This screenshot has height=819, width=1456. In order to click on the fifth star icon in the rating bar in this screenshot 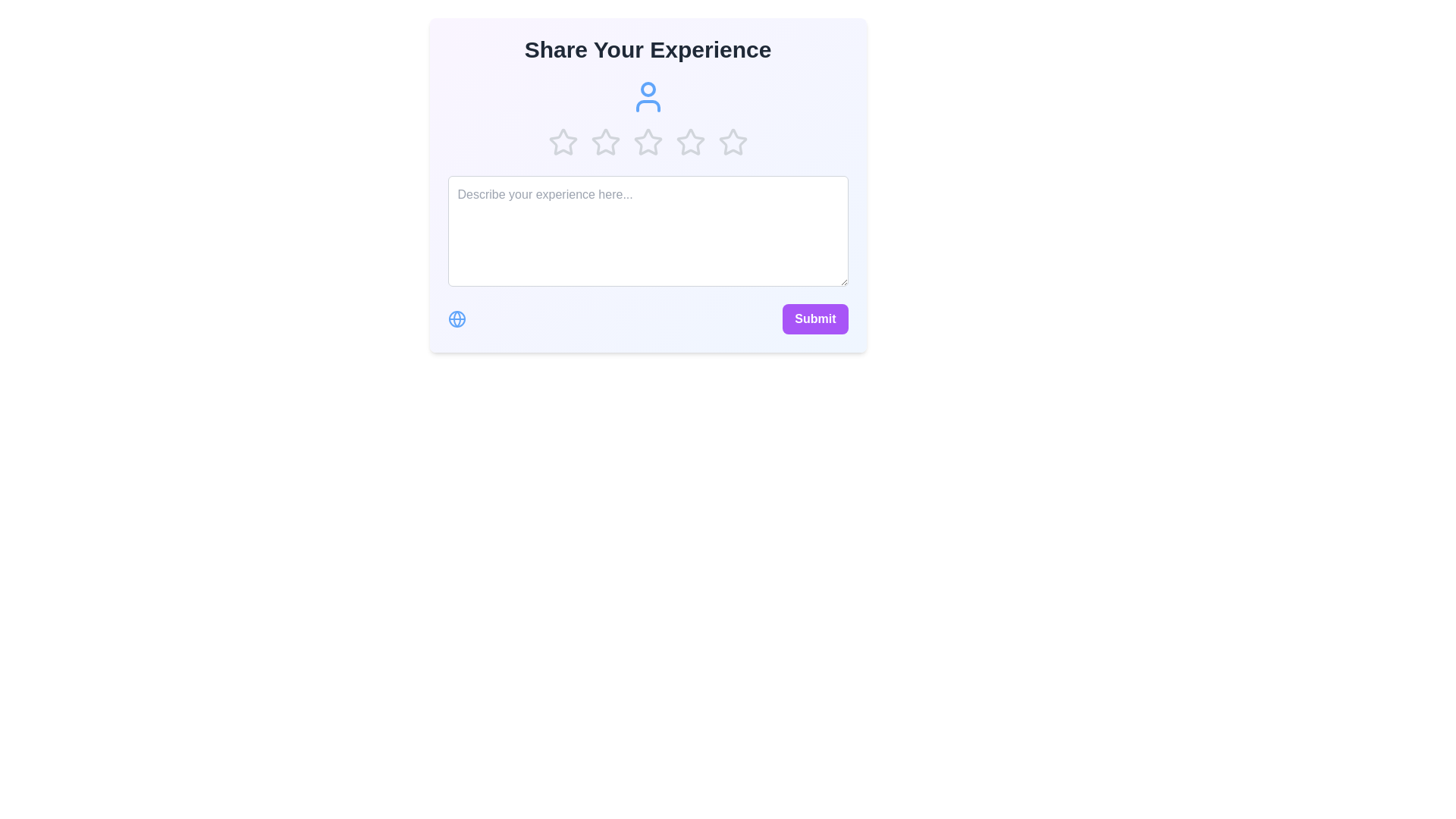, I will do `click(733, 143)`.